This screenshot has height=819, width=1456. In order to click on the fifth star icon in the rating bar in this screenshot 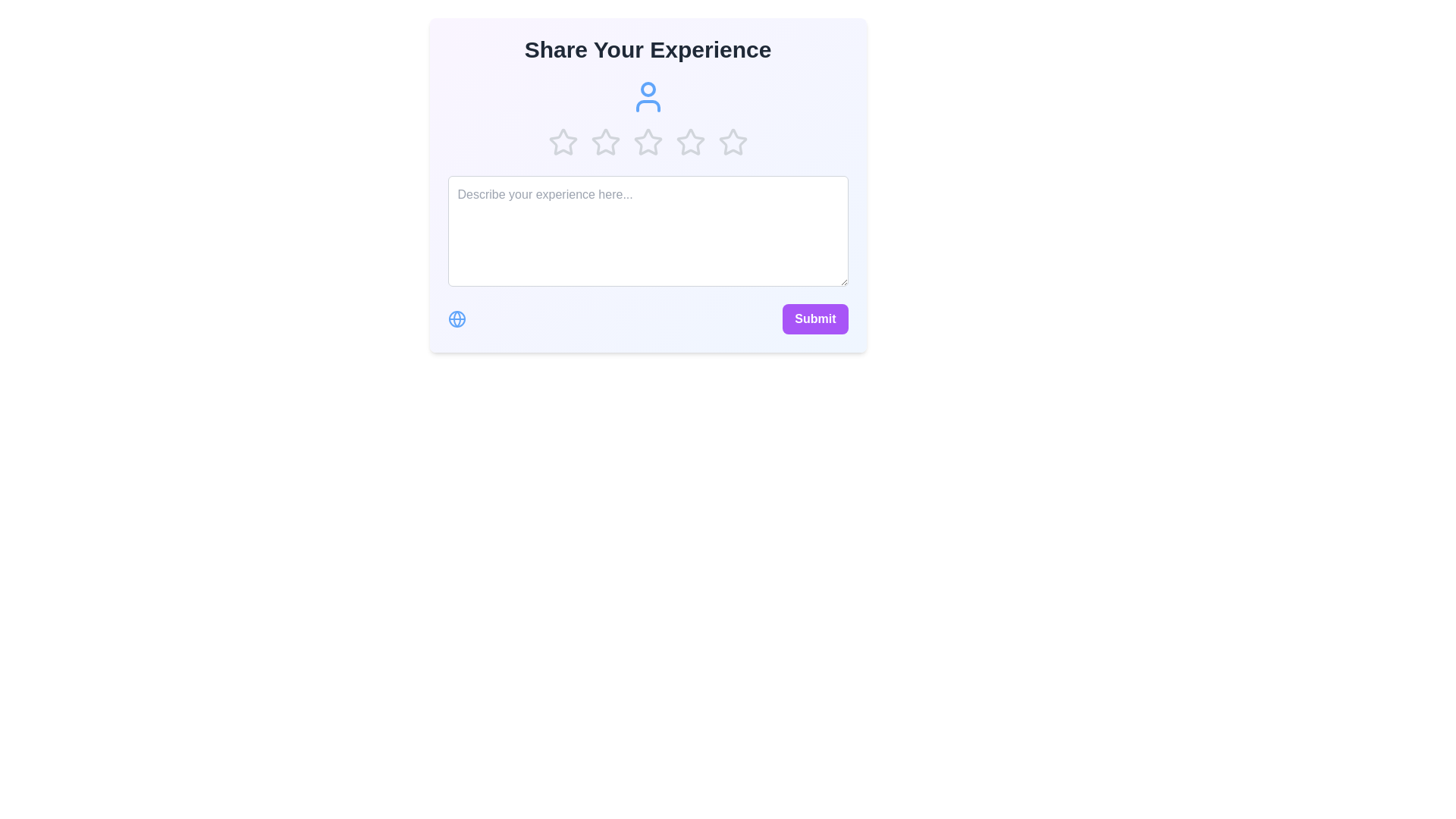, I will do `click(733, 143)`.